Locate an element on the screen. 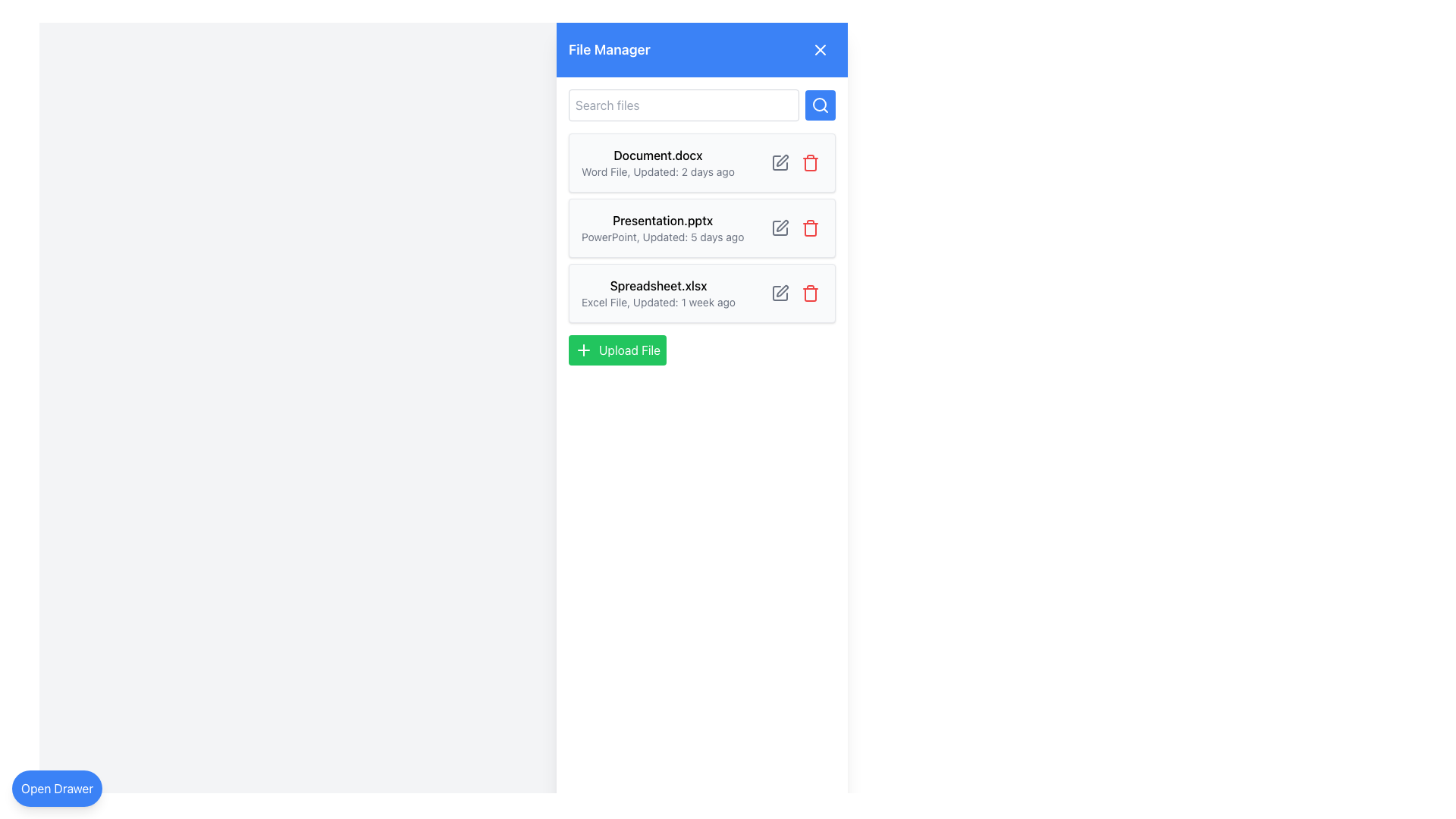  the icon button resembling a pen or pencil sketching a line, located in the second row of the document list is located at coordinates (783, 225).